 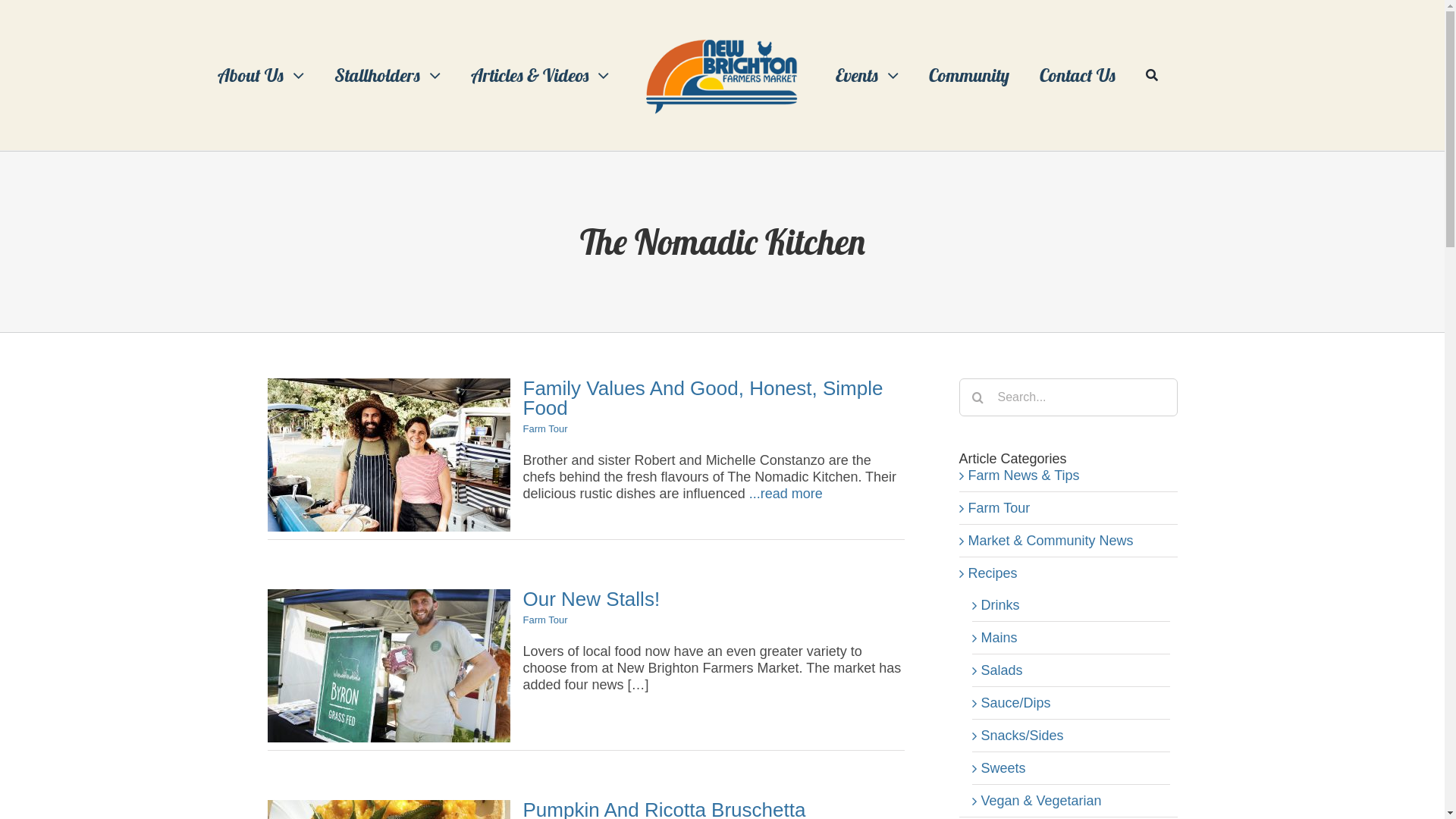 What do you see at coordinates (539, 75) in the screenshot?
I see `'Articles & Videos'` at bounding box center [539, 75].